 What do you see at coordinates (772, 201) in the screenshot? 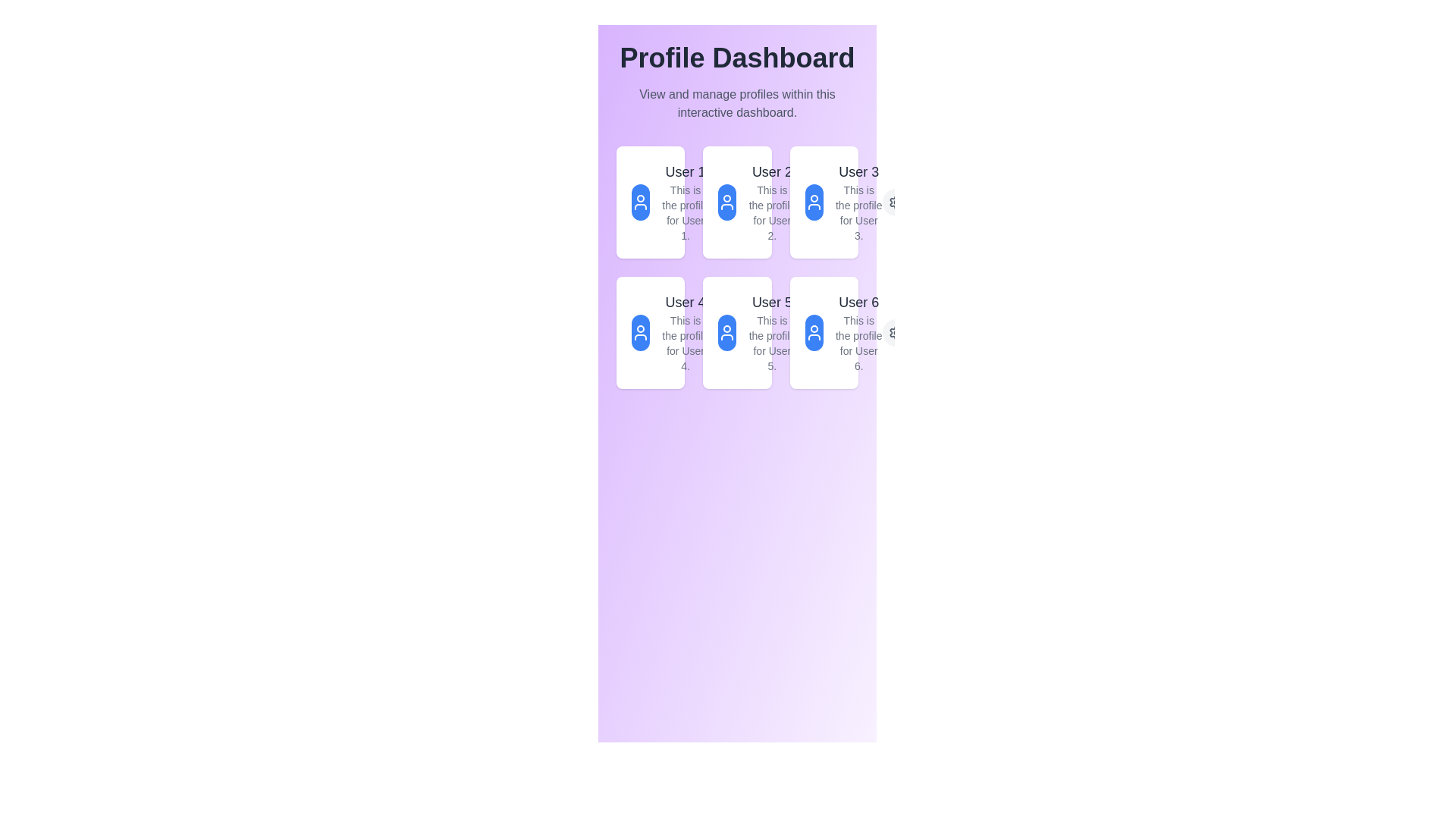
I see `information from the textual information block displaying 'User 2' and 'This is the profile for User 2.'` at bounding box center [772, 201].